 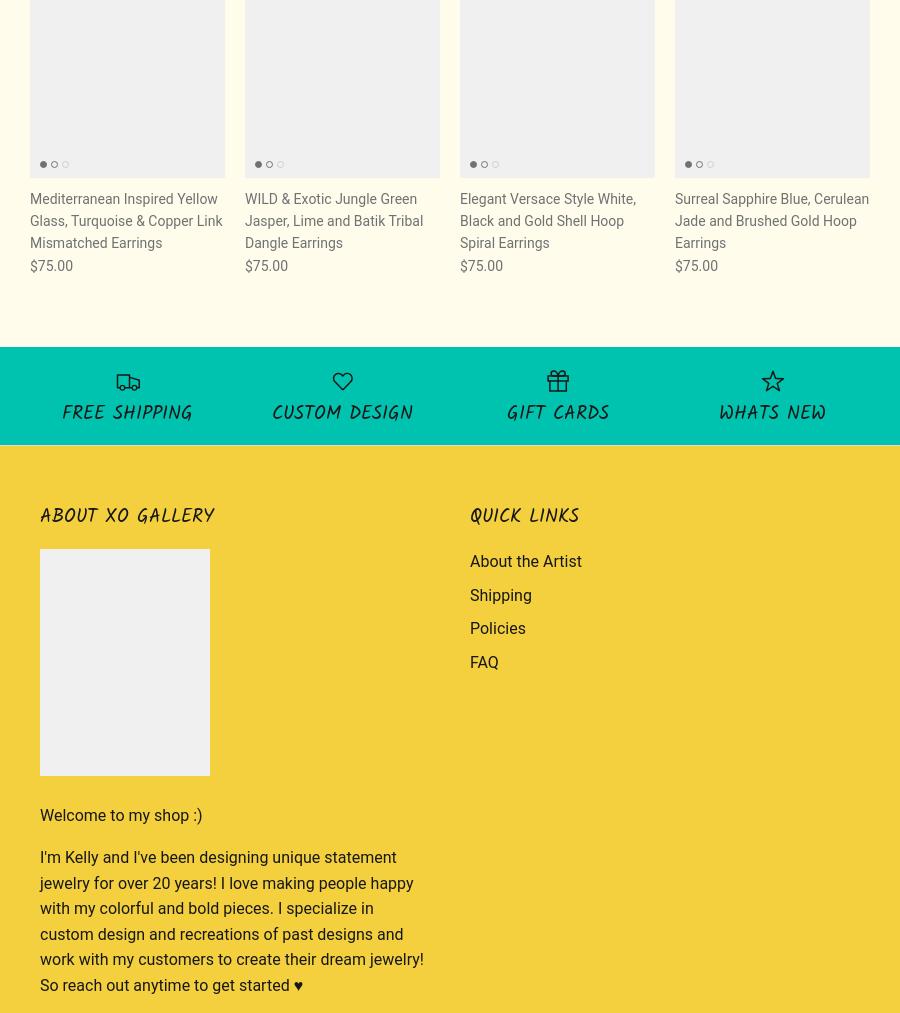 I want to click on '(ANG ƒ)', so click(x=828, y=70).